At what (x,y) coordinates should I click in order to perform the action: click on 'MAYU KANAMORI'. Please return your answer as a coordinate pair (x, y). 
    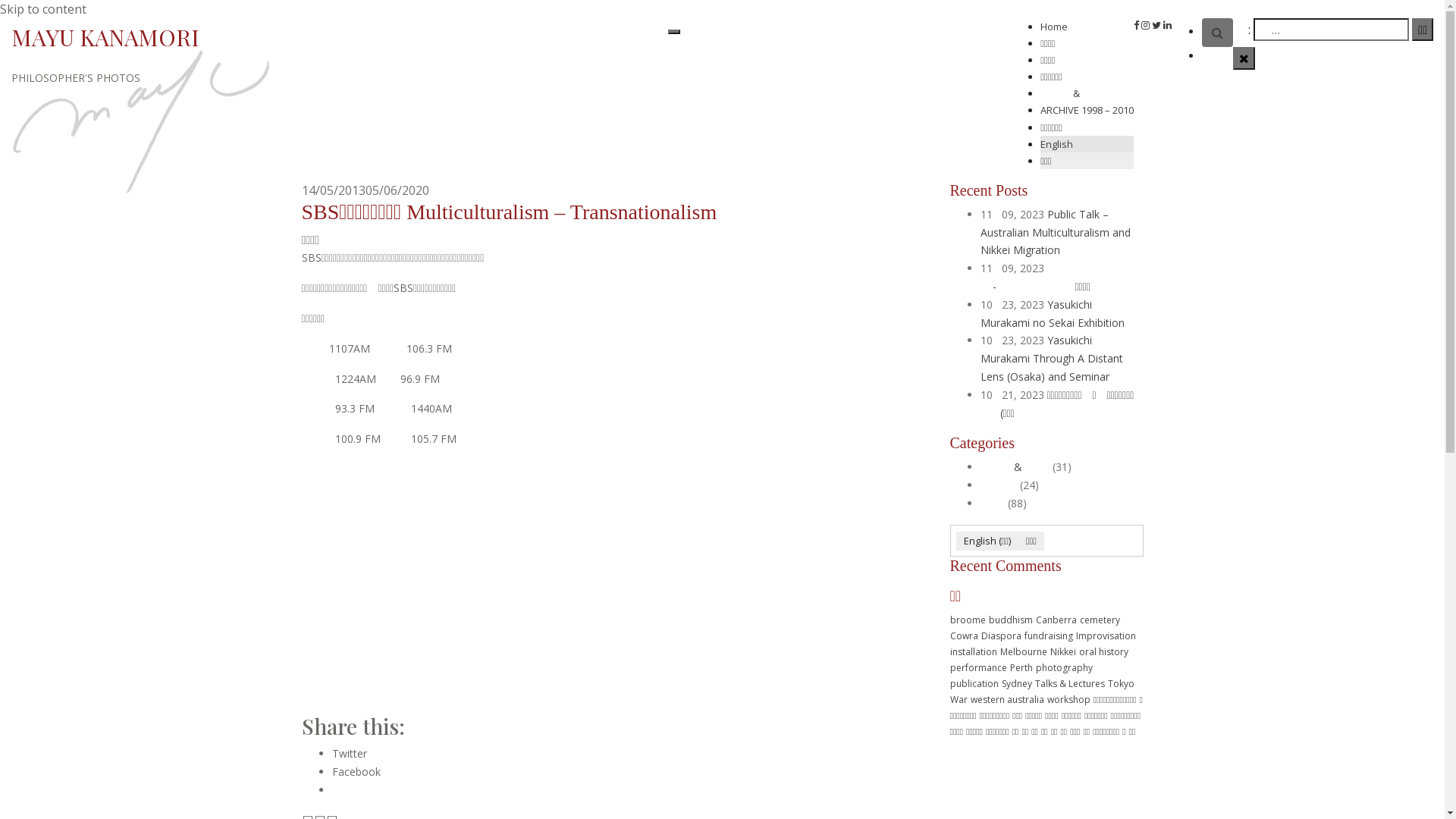
    Looking at the image, I should click on (11, 36).